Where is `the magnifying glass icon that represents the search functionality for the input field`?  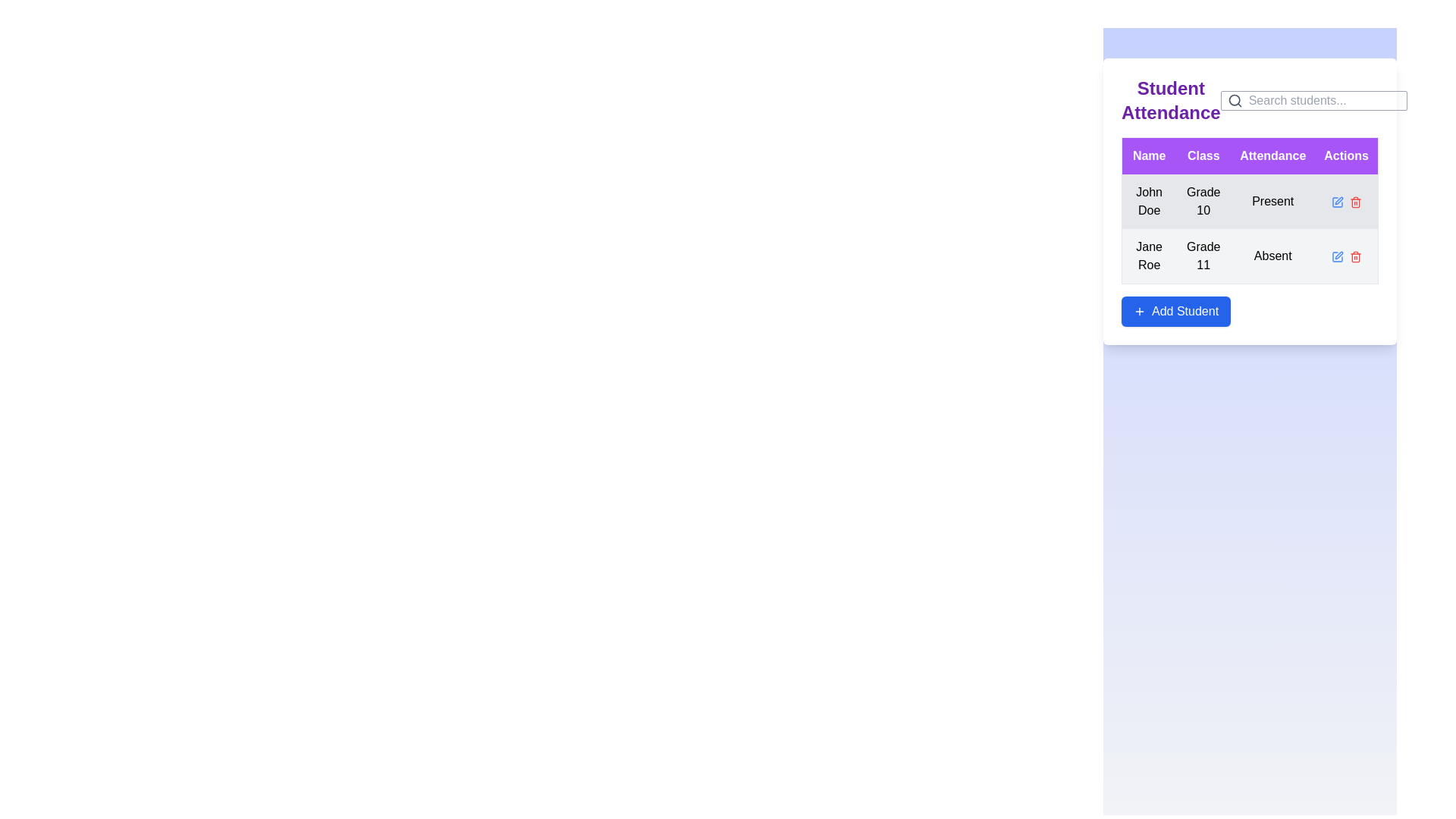 the magnifying glass icon that represents the search functionality for the input field is located at coordinates (1235, 100).